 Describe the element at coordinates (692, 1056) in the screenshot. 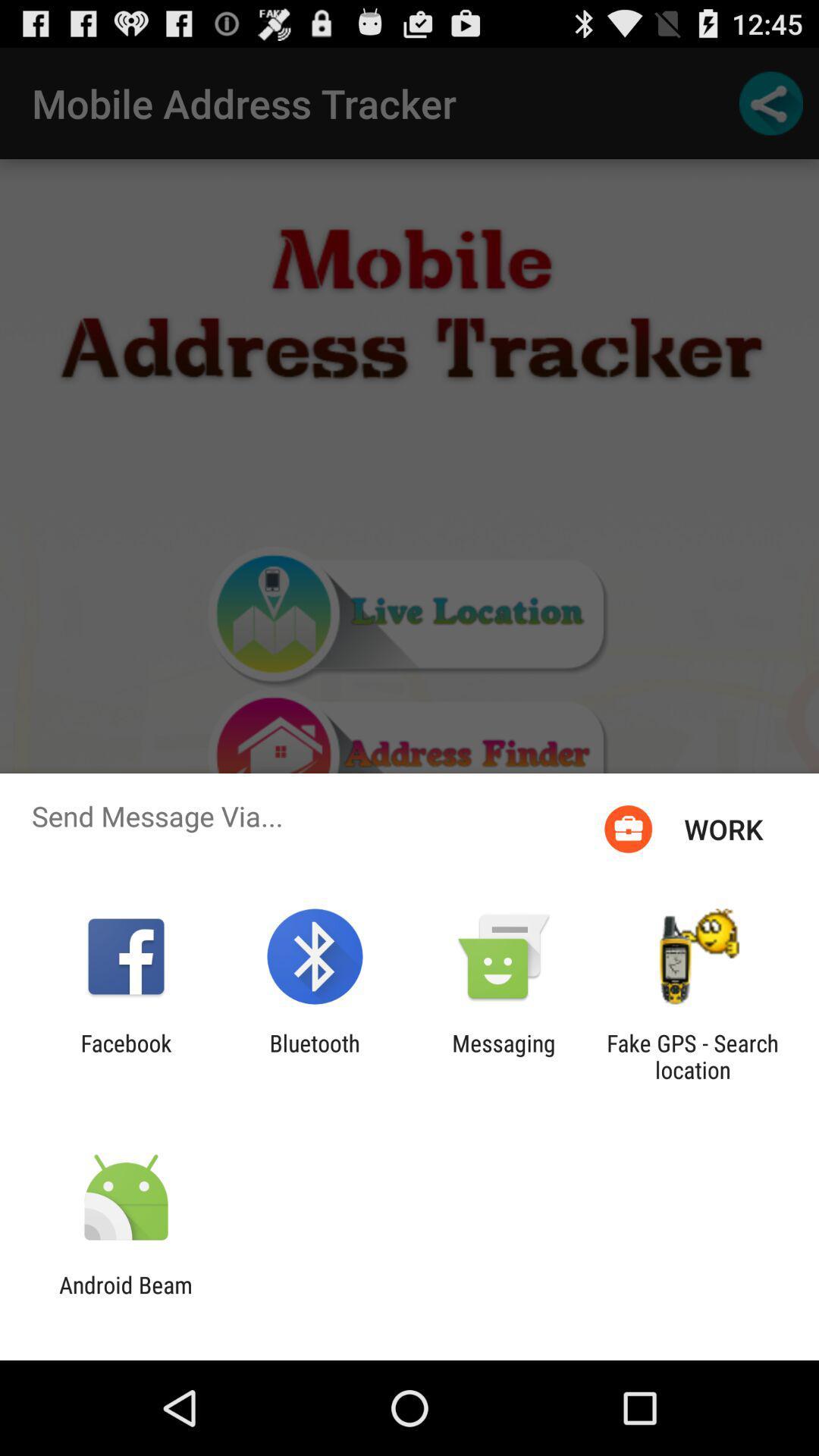

I see `the app next to messaging icon` at that location.